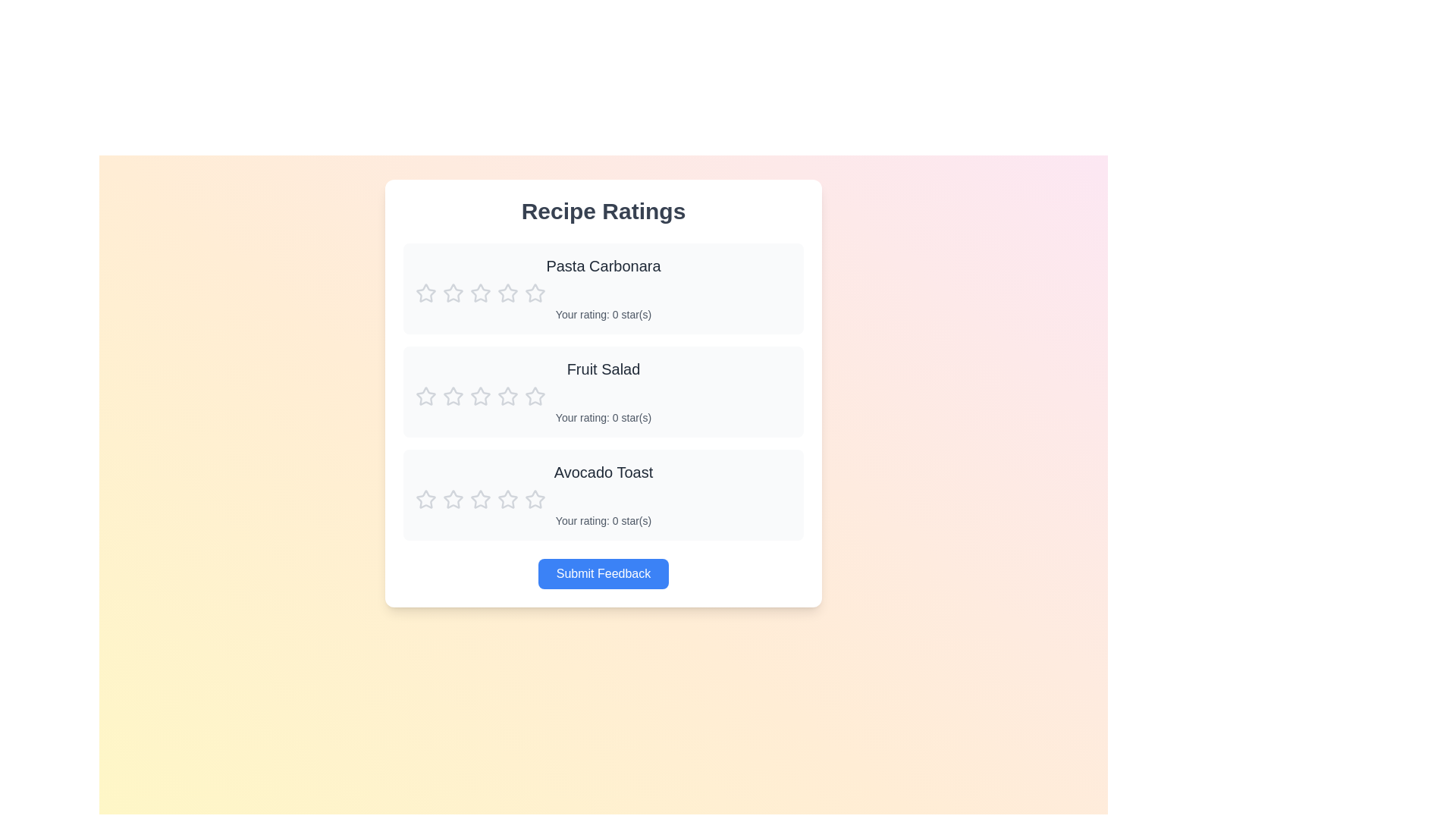 The width and height of the screenshot is (1456, 819). What do you see at coordinates (453, 395) in the screenshot?
I see `the first star icon in the rating widget for 'Fruit Salad'` at bounding box center [453, 395].